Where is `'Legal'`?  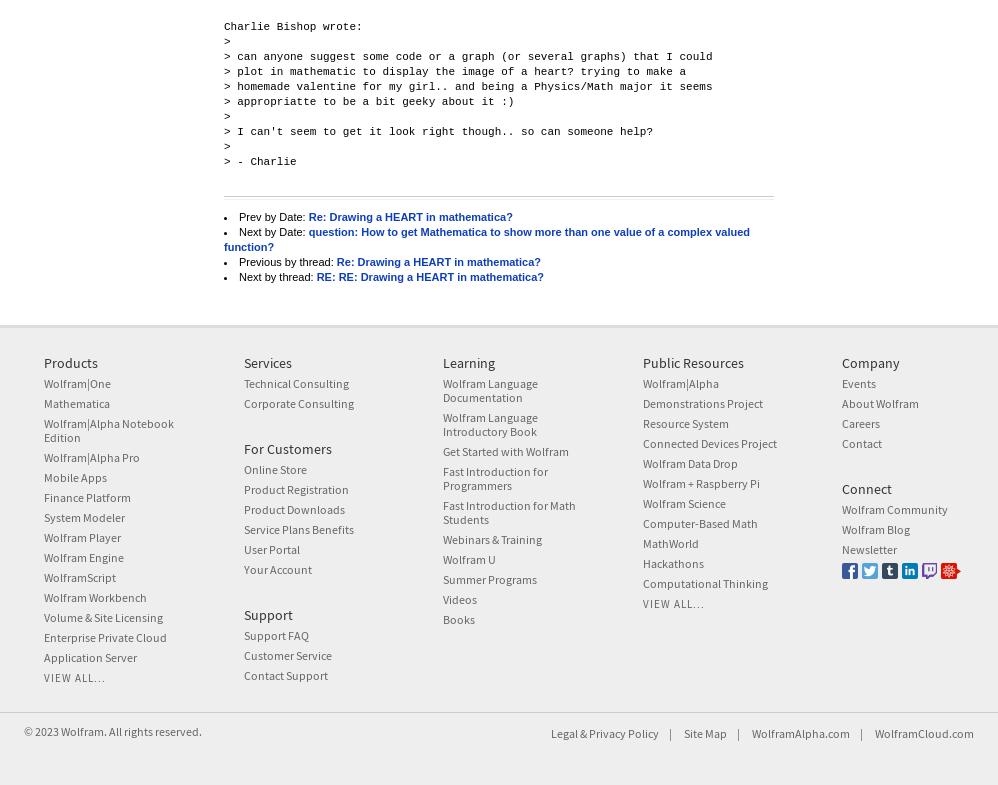
'Legal' is located at coordinates (563, 733).